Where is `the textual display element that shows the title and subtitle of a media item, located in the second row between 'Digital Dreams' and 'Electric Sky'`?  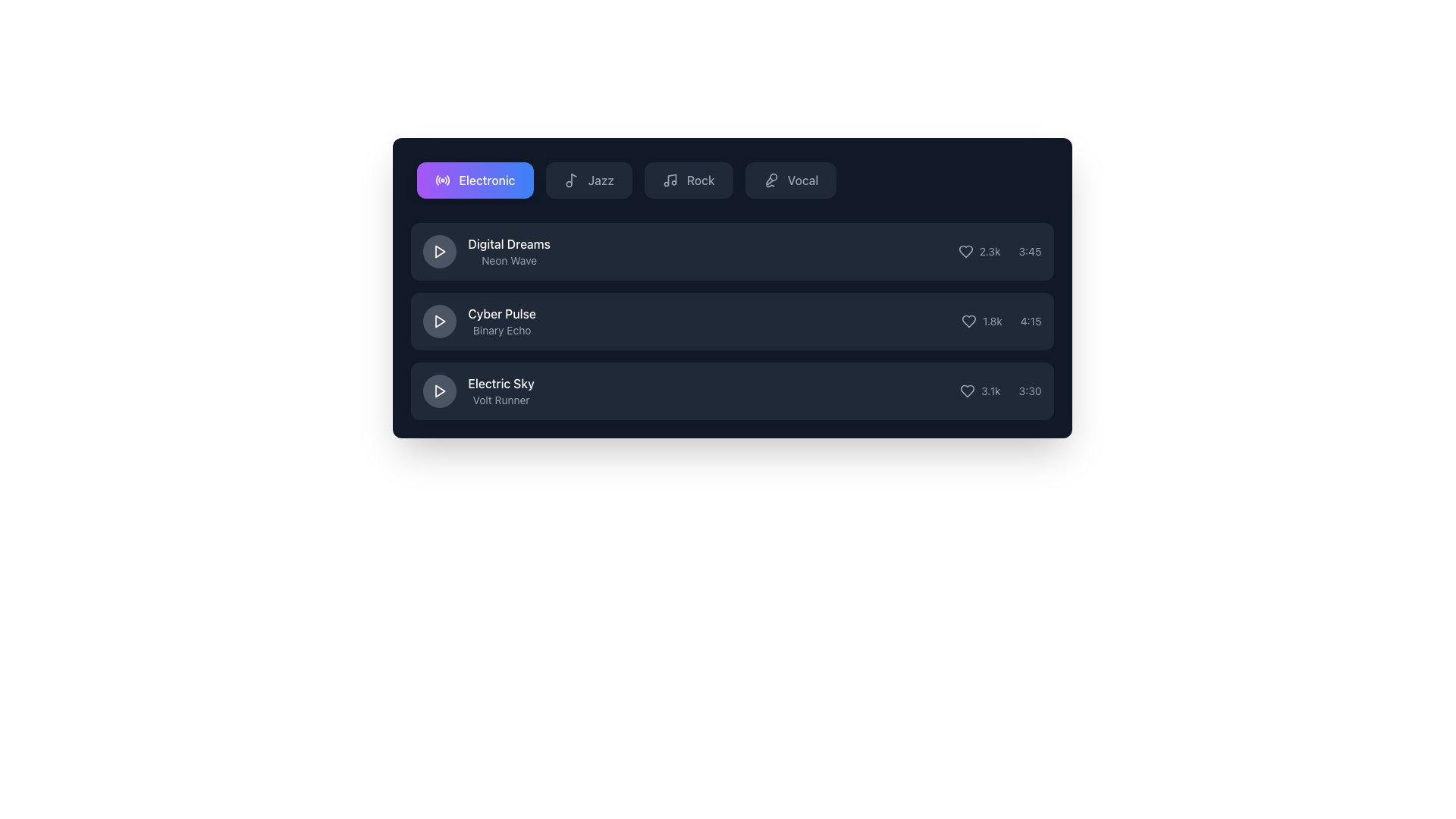 the textual display element that shows the title and subtitle of a media item, located in the second row between 'Digital Dreams' and 'Electric Sky' is located at coordinates (479, 321).